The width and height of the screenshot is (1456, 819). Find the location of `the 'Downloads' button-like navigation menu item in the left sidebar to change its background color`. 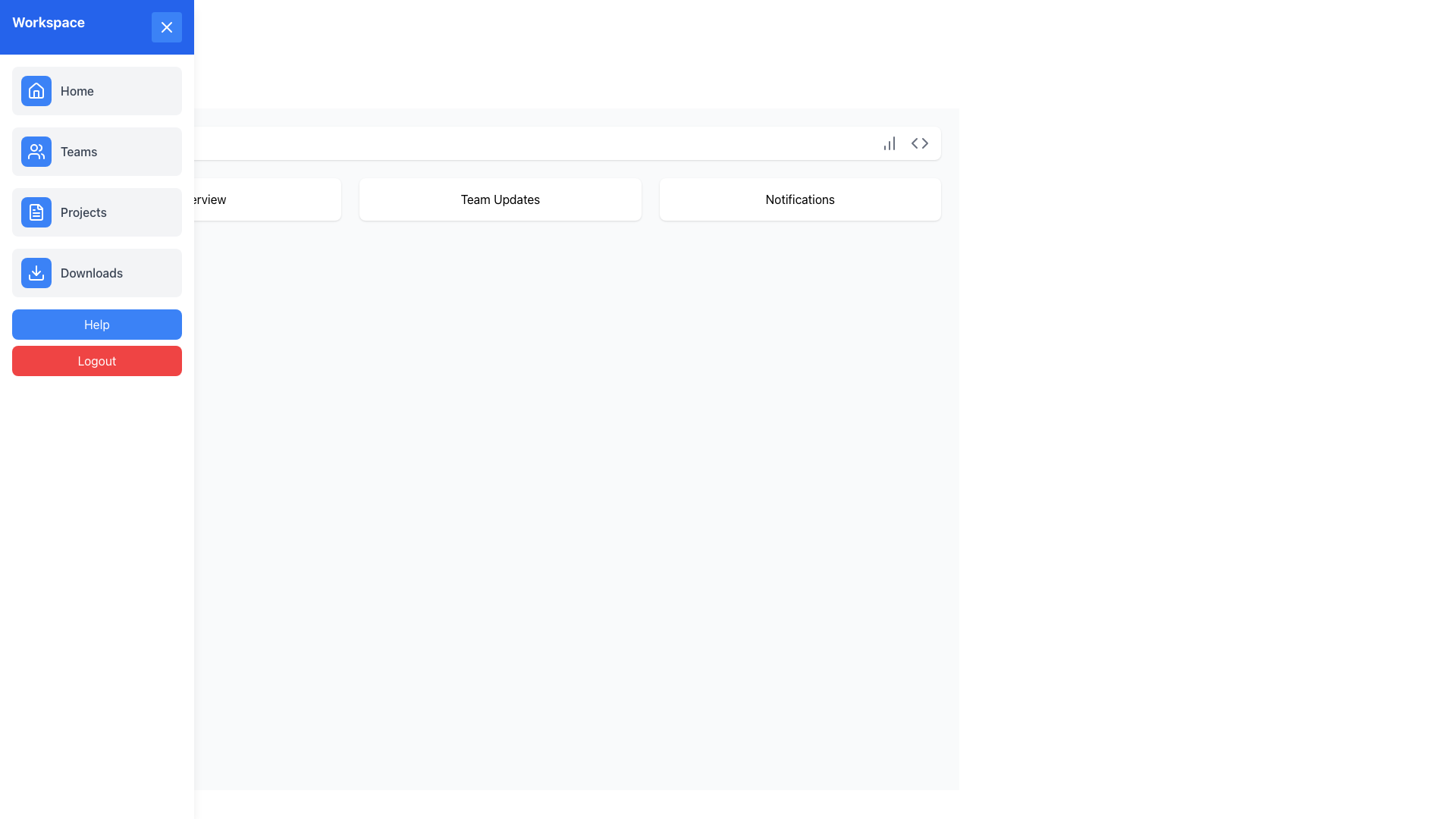

the 'Downloads' button-like navigation menu item in the left sidebar to change its background color is located at coordinates (96, 271).